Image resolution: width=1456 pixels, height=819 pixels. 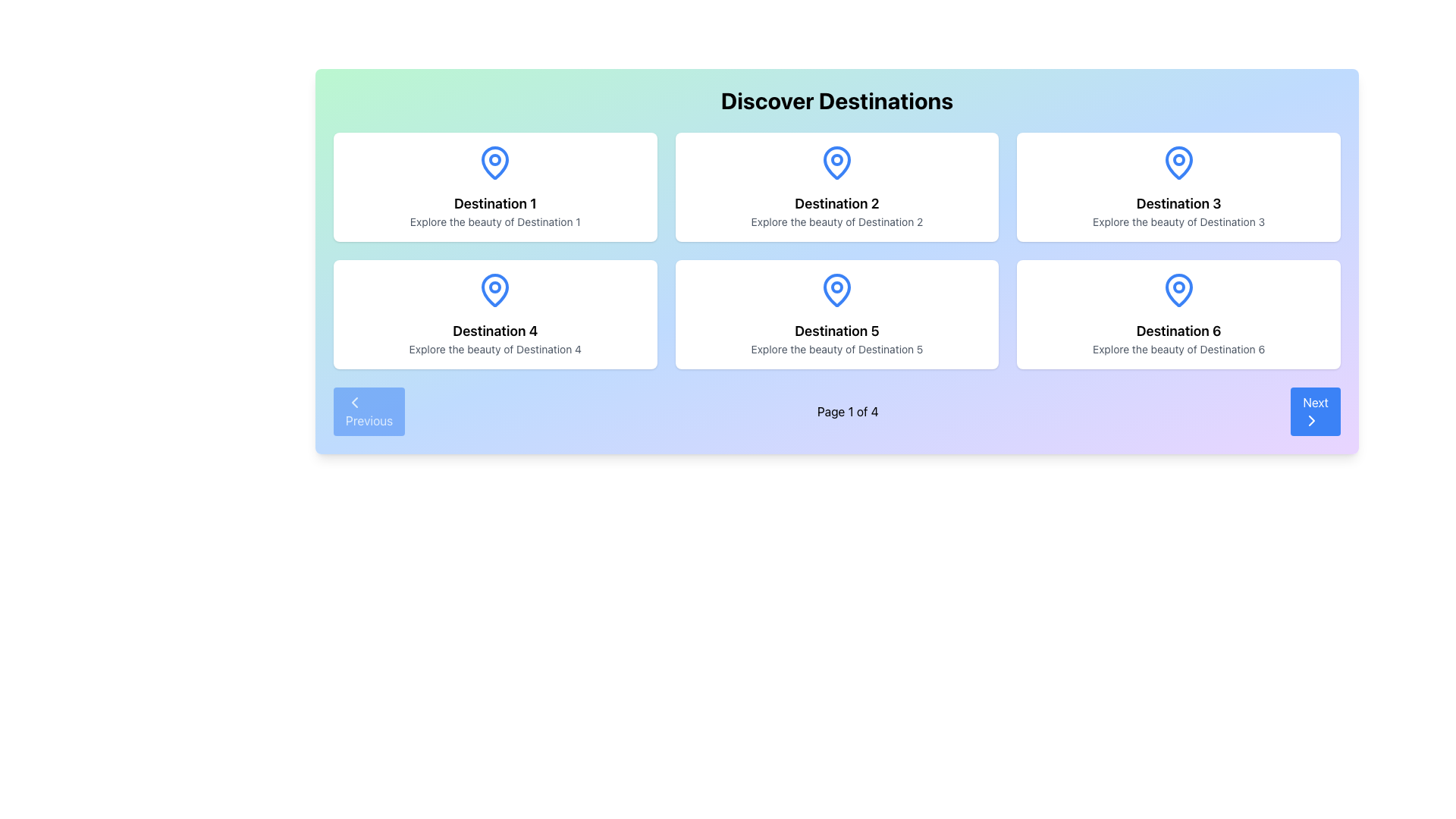 What do you see at coordinates (836, 290) in the screenshot?
I see `the icon that serves as a visual indicator for the destination labeled 'Destination 5' in the 'Discover Destinations' section` at bounding box center [836, 290].